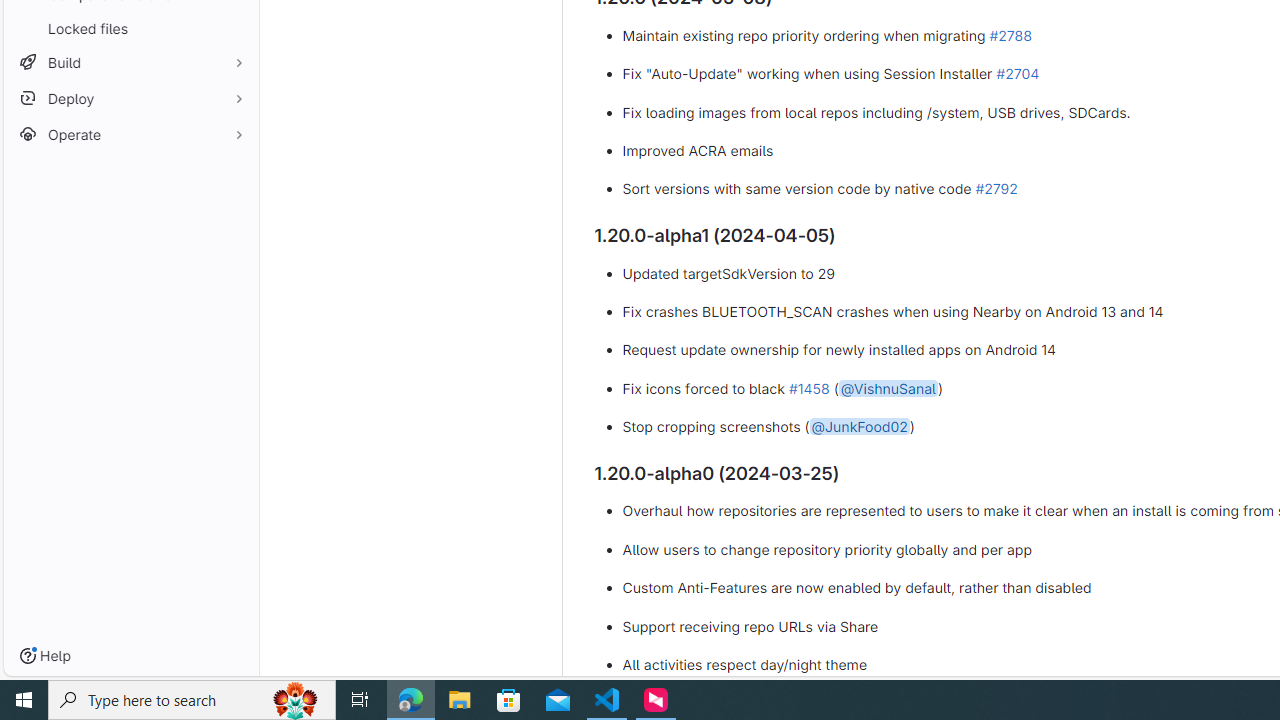 This screenshot has height=720, width=1280. Describe the element at coordinates (606, 698) in the screenshot. I see `'Visual Studio Code - 1 running window'` at that location.